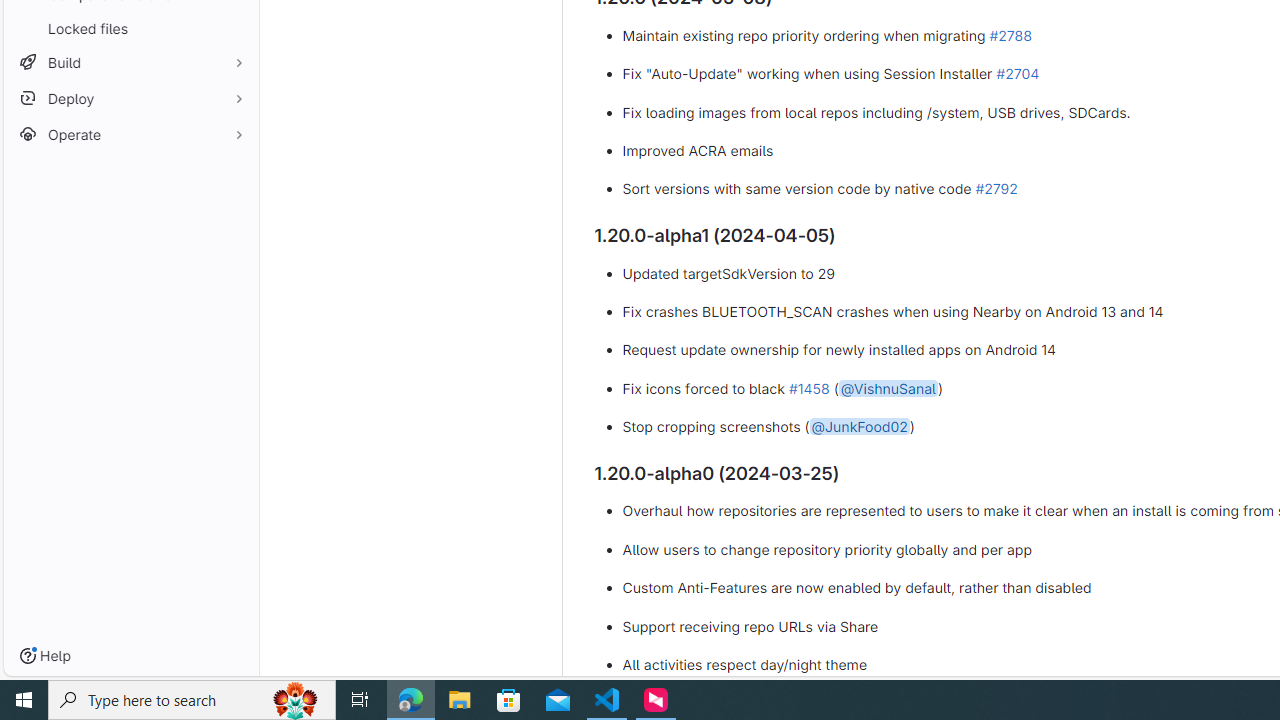 This screenshot has height=720, width=1280. Describe the element at coordinates (606, 698) in the screenshot. I see `'Visual Studio Code - 1 running window'` at that location.